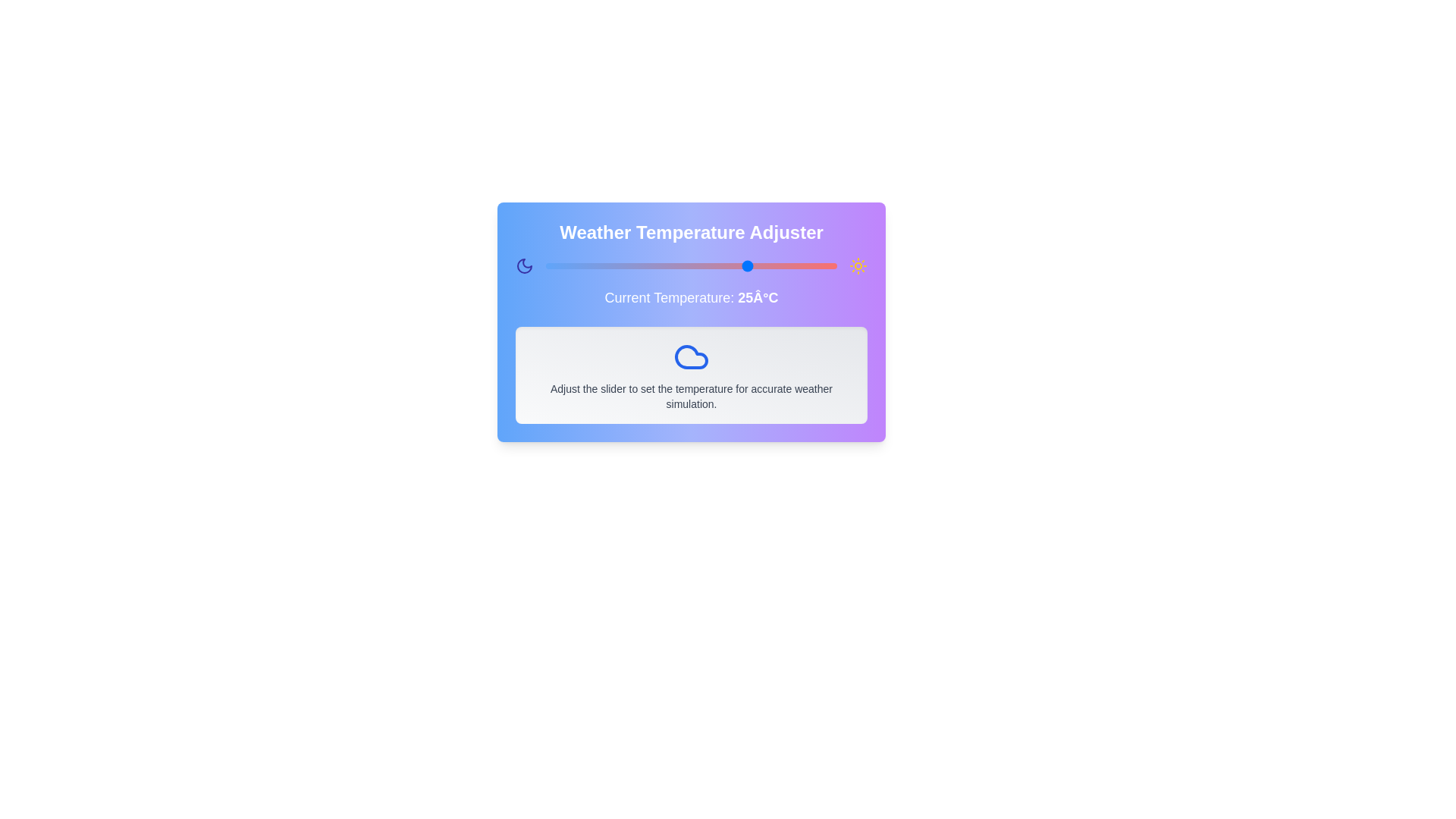  Describe the element at coordinates (580, 265) in the screenshot. I see `the slider to set the temperature to -4°C` at that location.